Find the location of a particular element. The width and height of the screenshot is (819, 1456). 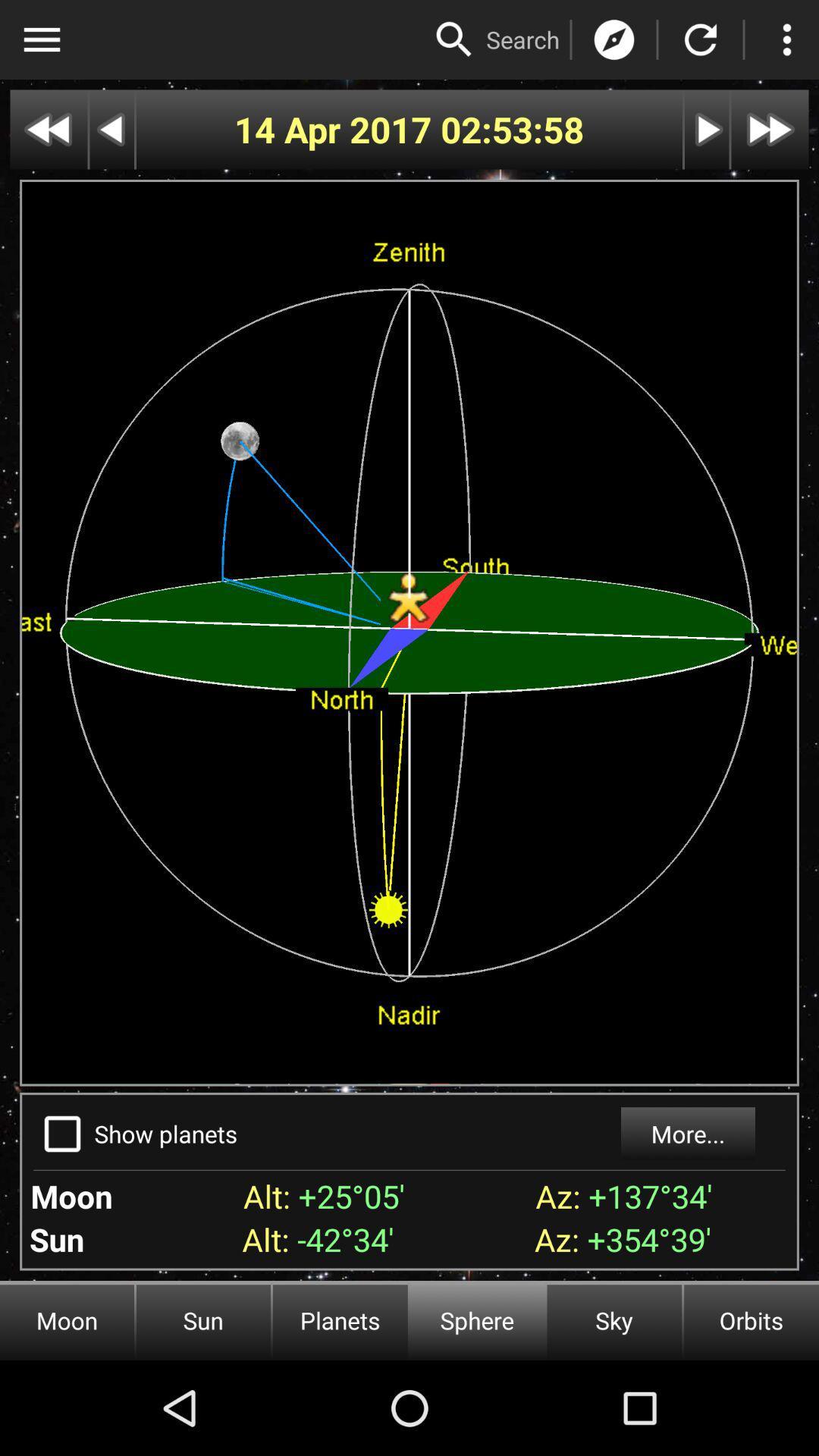

compass button to point at north is located at coordinates (614, 39).